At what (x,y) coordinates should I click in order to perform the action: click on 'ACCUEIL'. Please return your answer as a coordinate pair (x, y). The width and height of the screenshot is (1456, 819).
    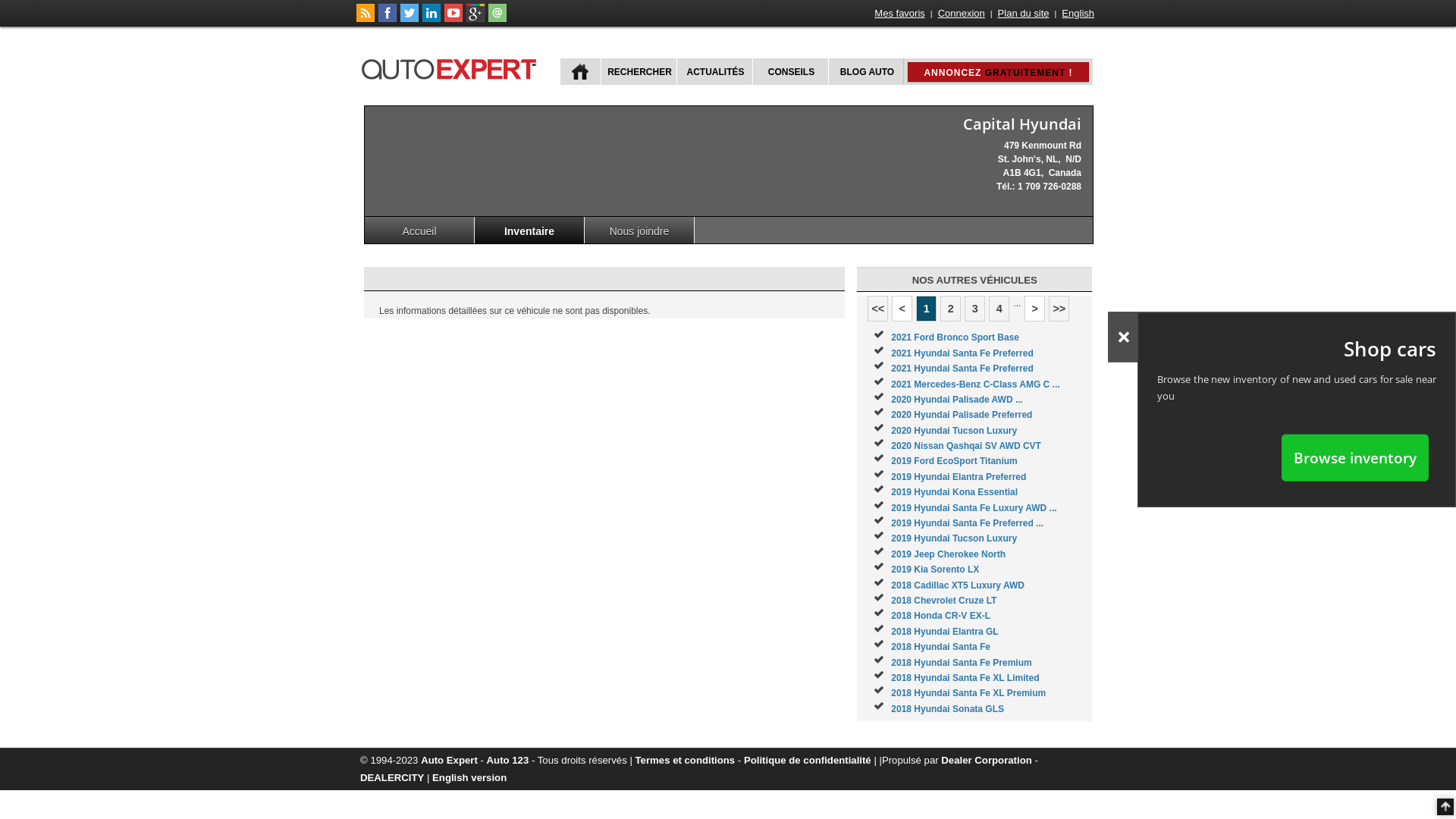
    Looking at the image, I should click on (579, 71).